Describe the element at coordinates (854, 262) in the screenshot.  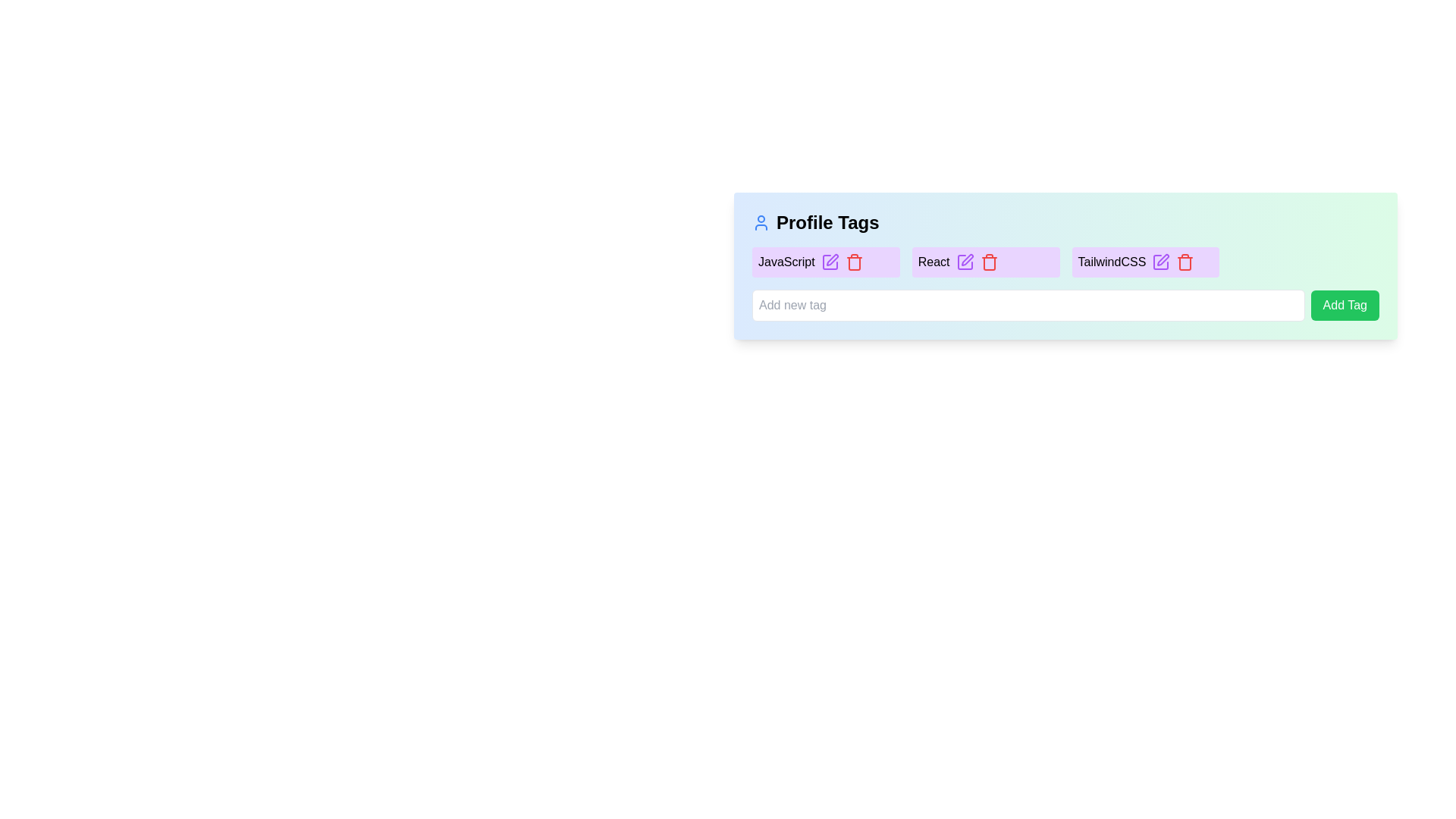
I see `the delete button located to the right of the 'JavaScript' text and edit icon` at that location.